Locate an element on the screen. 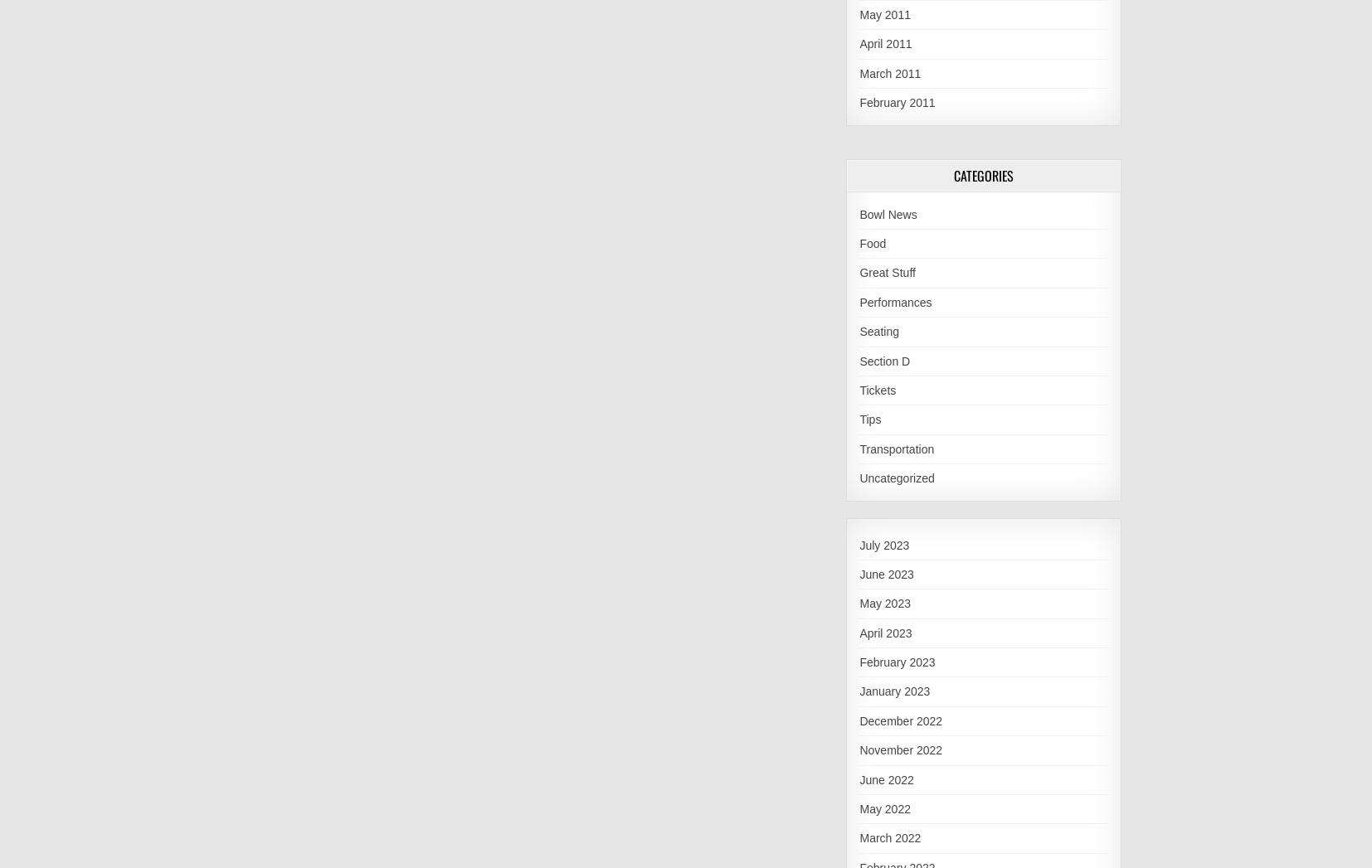 The image size is (1372, 868). 'February 2023' is located at coordinates (859, 661).